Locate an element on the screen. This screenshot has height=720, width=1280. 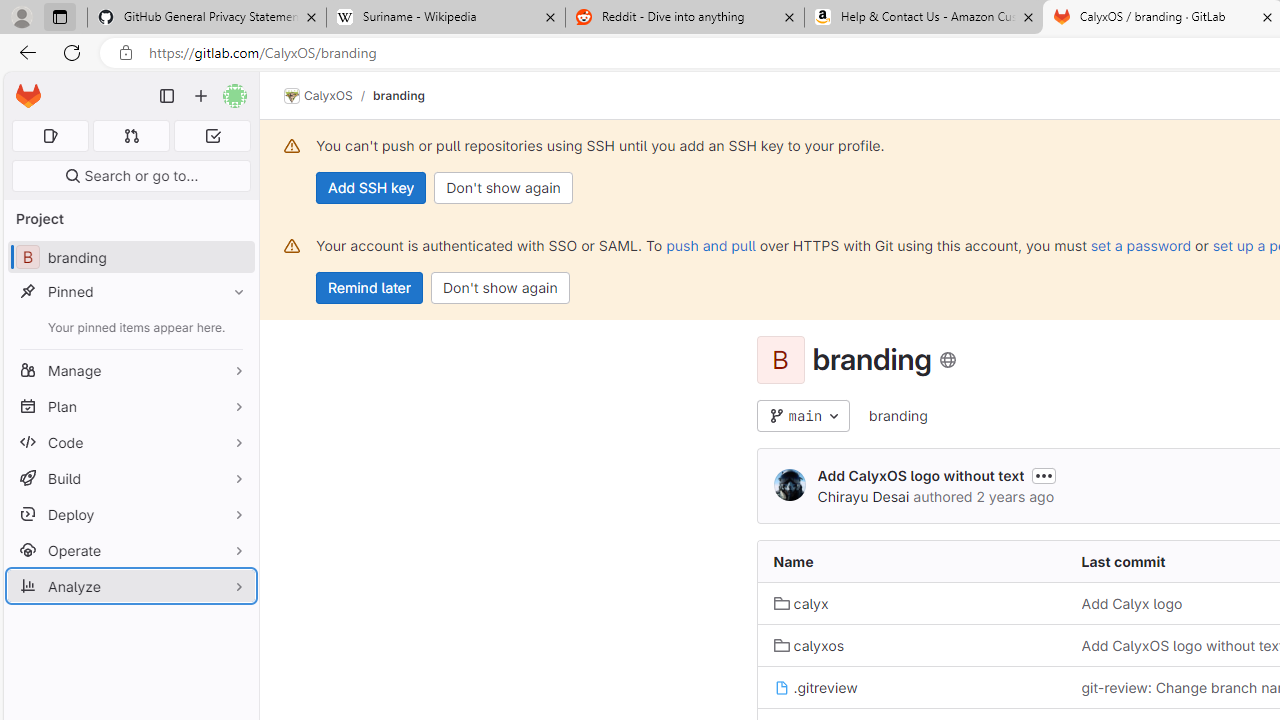
'calyx' is located at coordinates (801, 602).